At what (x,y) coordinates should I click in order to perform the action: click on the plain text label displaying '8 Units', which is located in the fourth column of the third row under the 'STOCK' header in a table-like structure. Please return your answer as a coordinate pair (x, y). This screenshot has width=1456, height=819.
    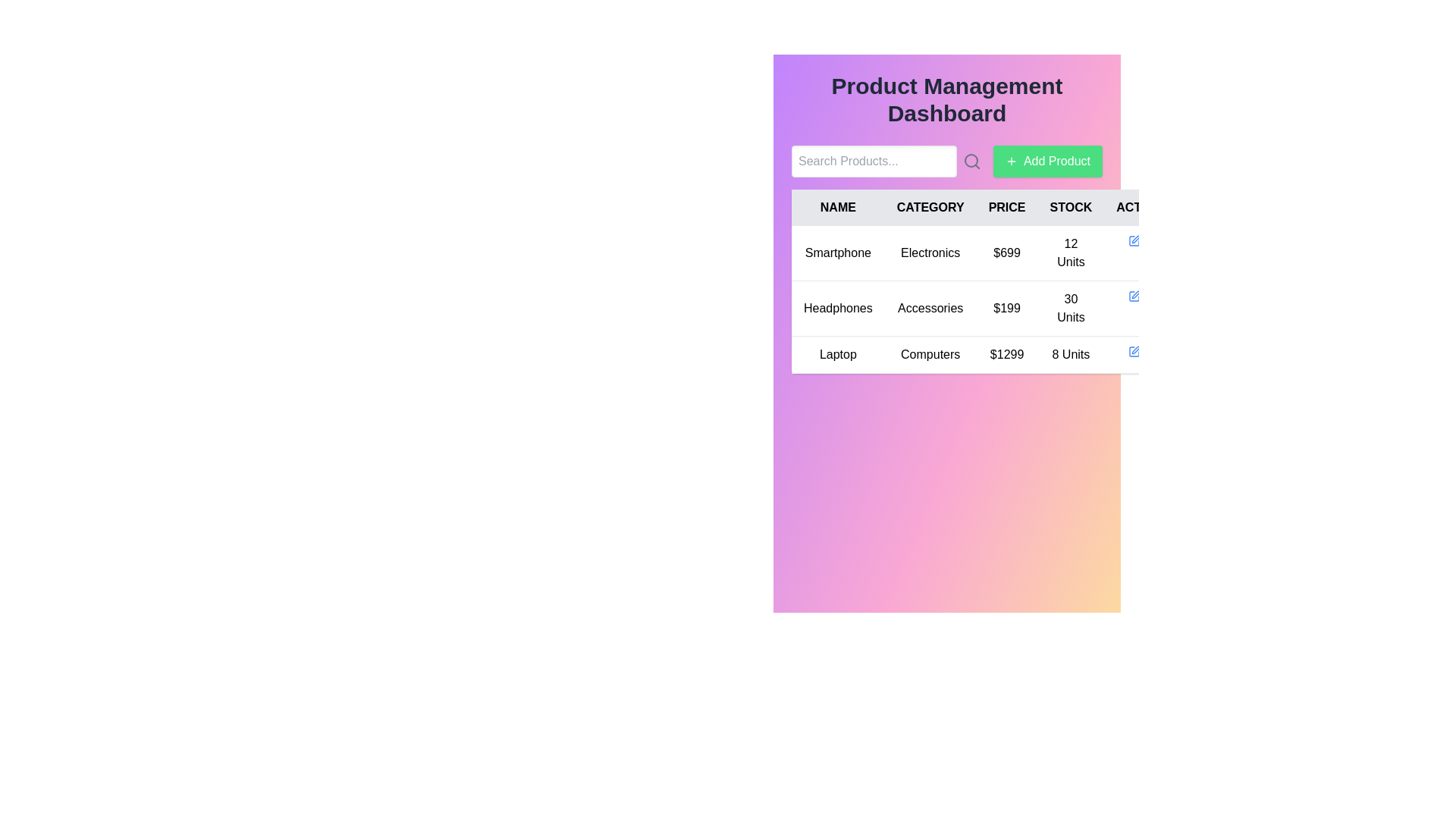
    Looking at the image, I should click on (1070, 354).